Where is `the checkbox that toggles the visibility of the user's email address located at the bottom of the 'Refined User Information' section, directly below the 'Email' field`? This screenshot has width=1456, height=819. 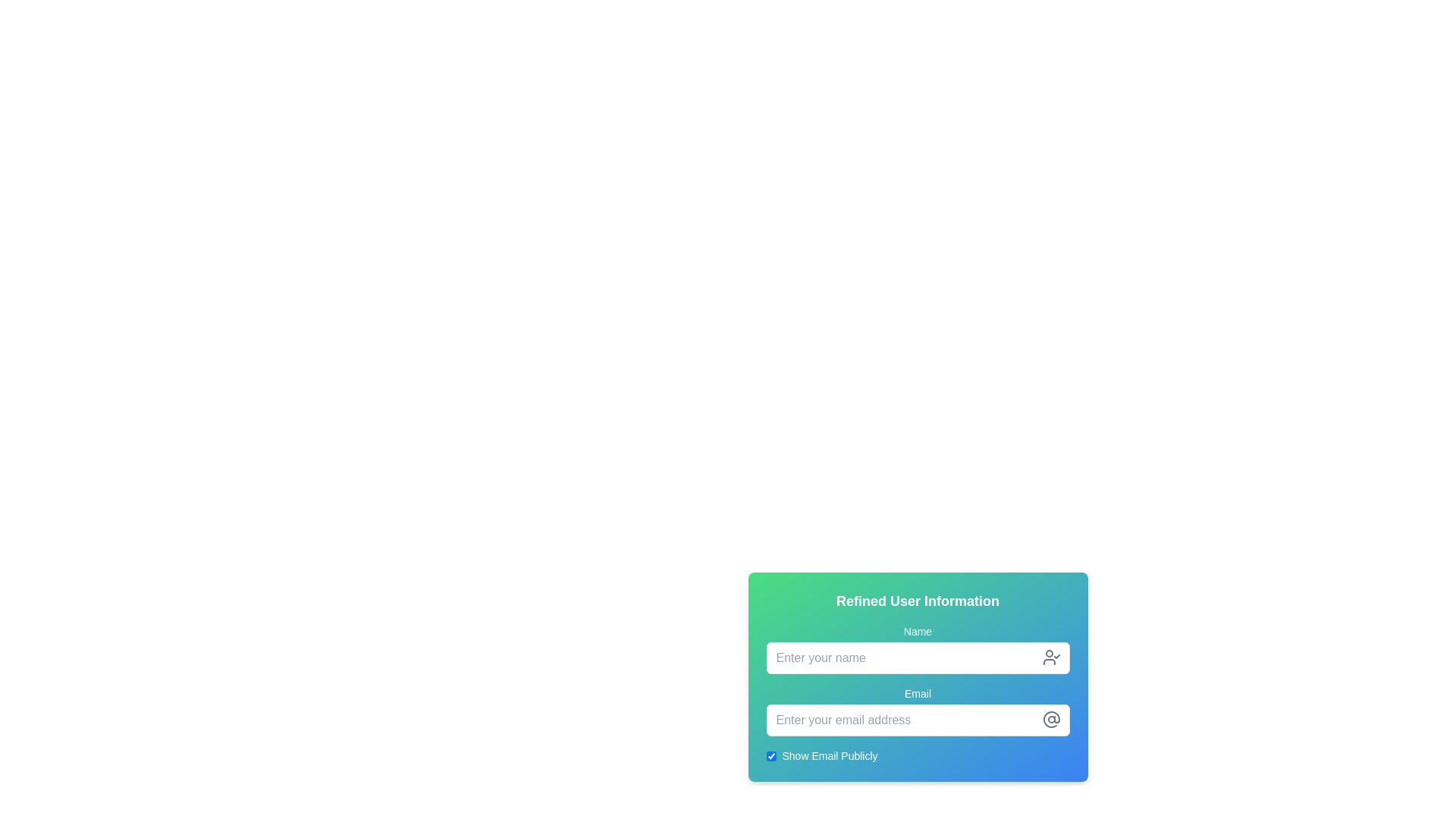
the checkbox that toggles the visibility of the user's email address located at the bottom of the 'Refined User Information' section, directly below the 'Email' field is located at coordinates (917, 755).